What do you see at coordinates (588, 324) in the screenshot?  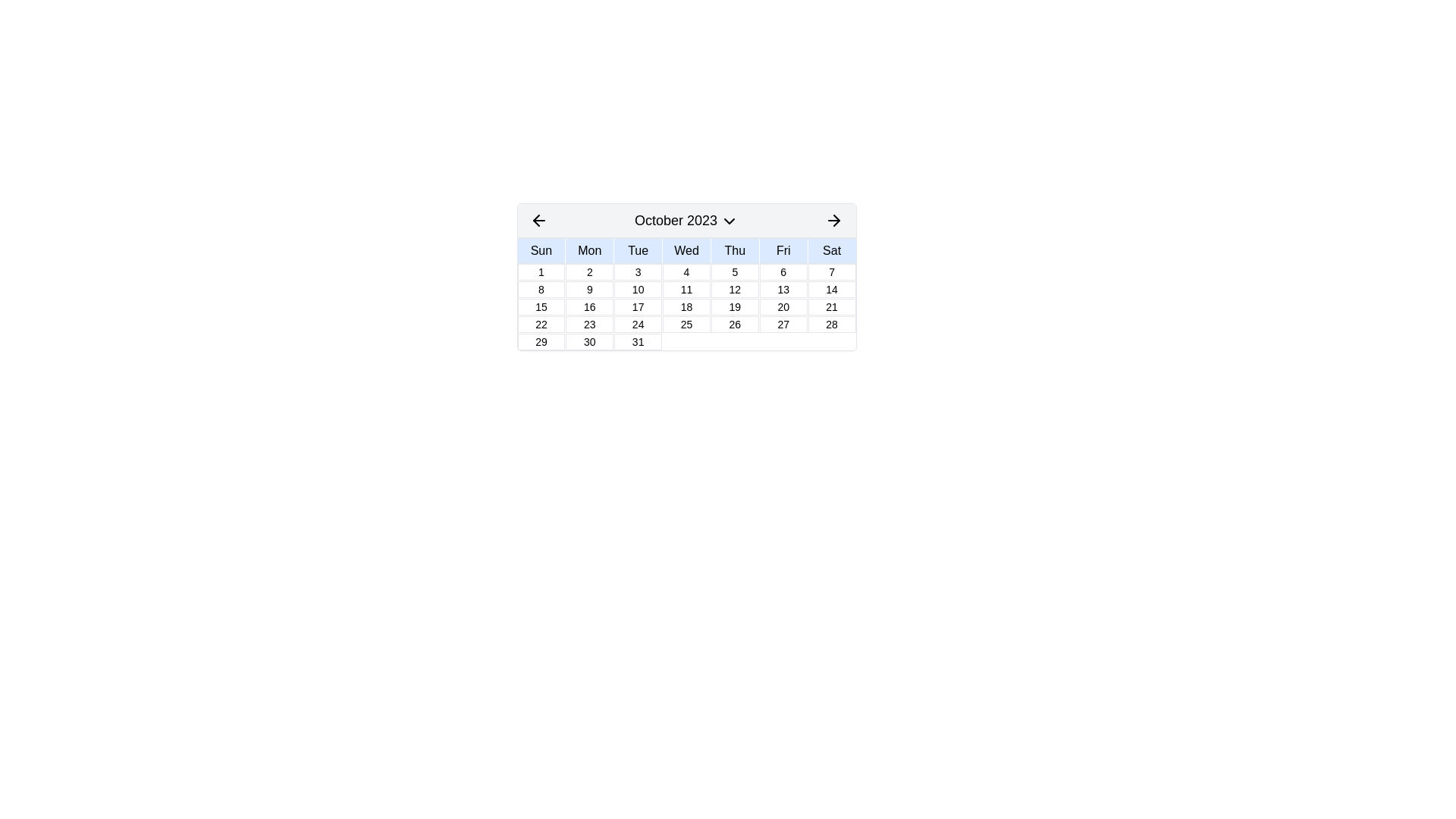 I see `the date box labeled '23' in the bottom row, fourth column of the calendar grid` at bounding box center [588, 324].